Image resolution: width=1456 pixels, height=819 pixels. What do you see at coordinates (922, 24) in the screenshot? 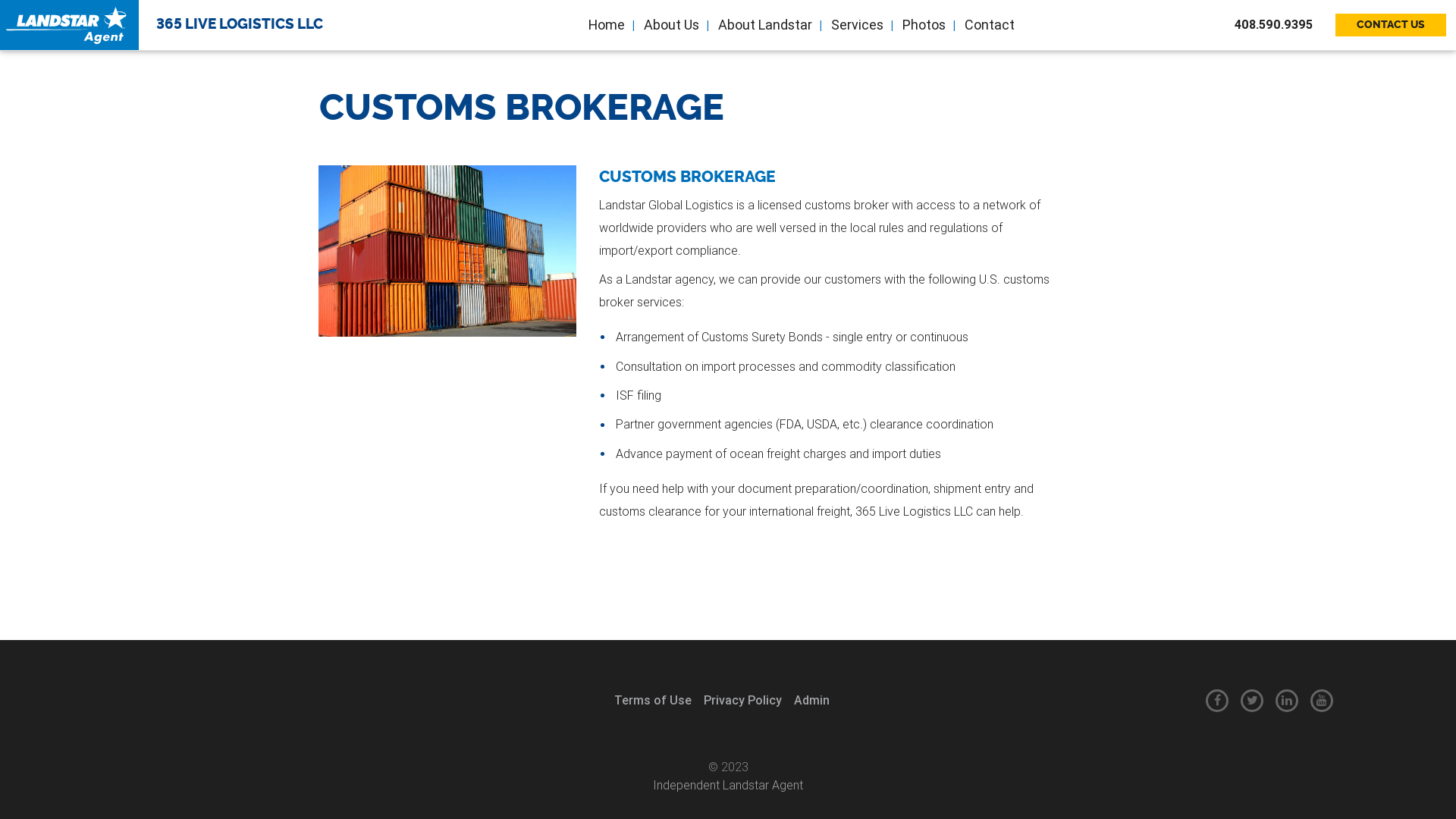
I see `'Photos'` at bounding box center [922, 24].